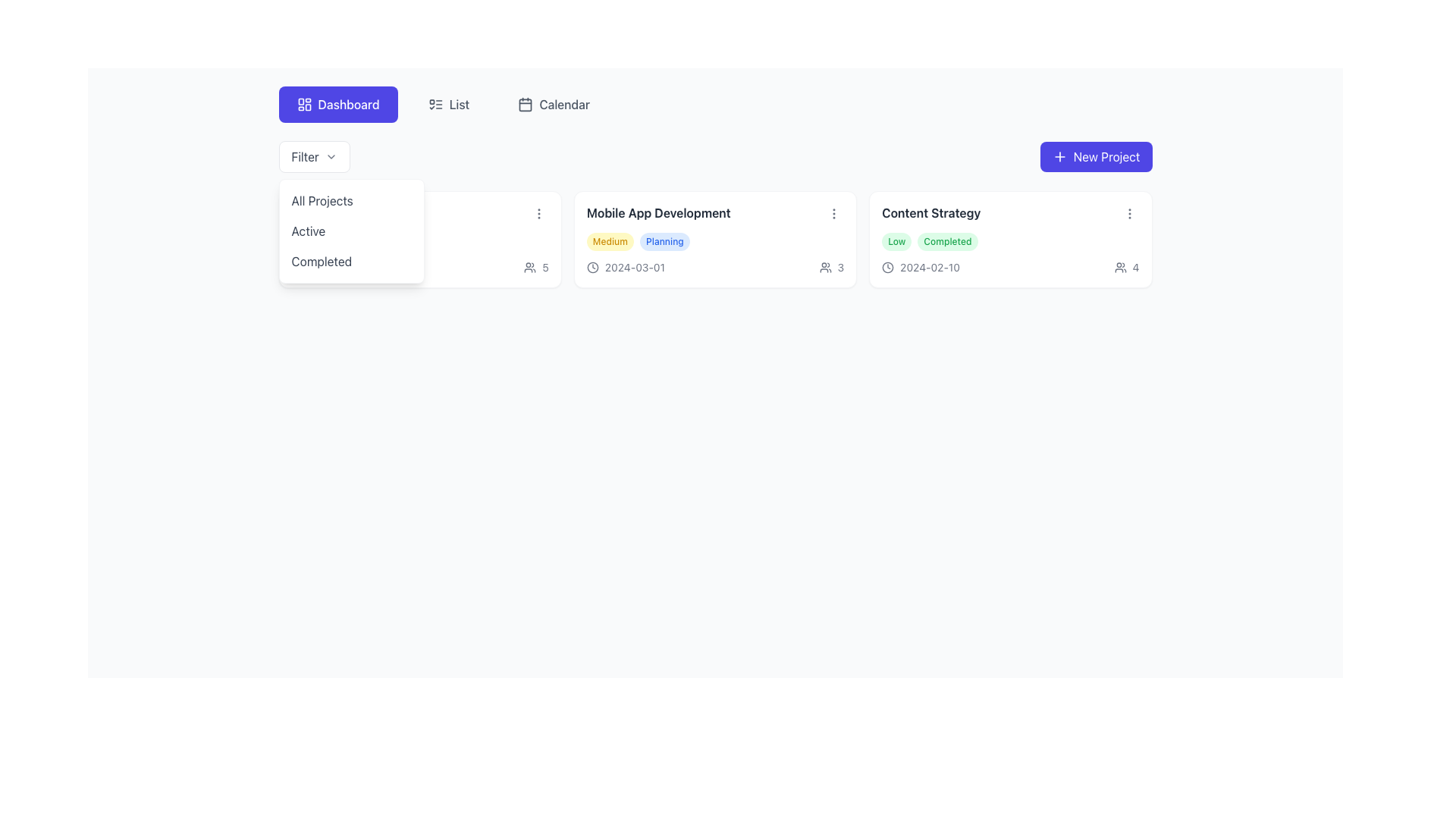 This screenshot has height=819, width=1456. What do you see at coordinates (714, 213) in the screenshot?
I see `the 'Mobile App Development' text label located at the top of the first project card on the main dashboard` at bounding box center [714, 213].